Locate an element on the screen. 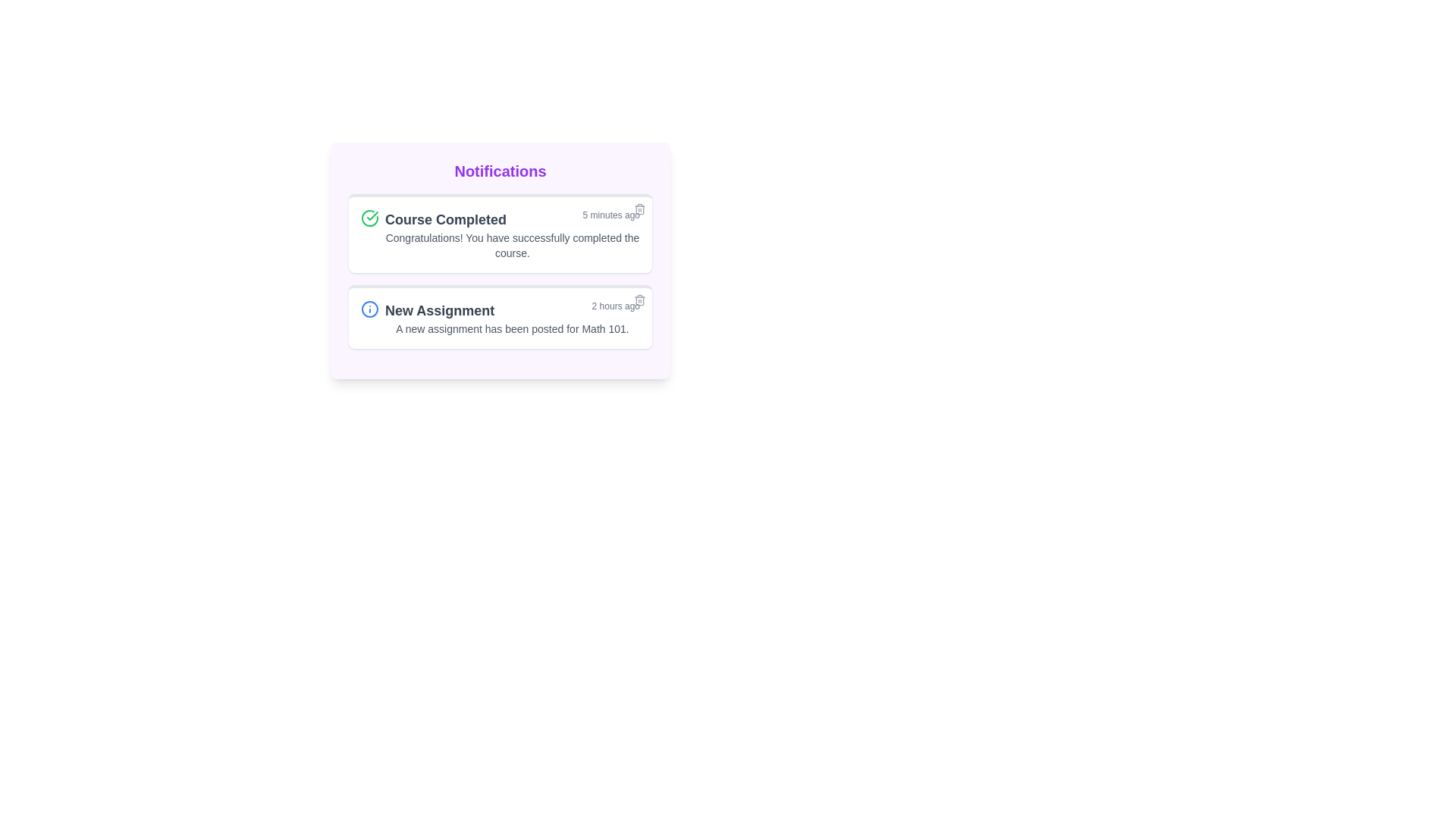 The height and width of the screenshot is (819, 1456). the trash can icon button located in the upper-right corner of the 'Course Completed' notification is located at coordinates (640, 209).